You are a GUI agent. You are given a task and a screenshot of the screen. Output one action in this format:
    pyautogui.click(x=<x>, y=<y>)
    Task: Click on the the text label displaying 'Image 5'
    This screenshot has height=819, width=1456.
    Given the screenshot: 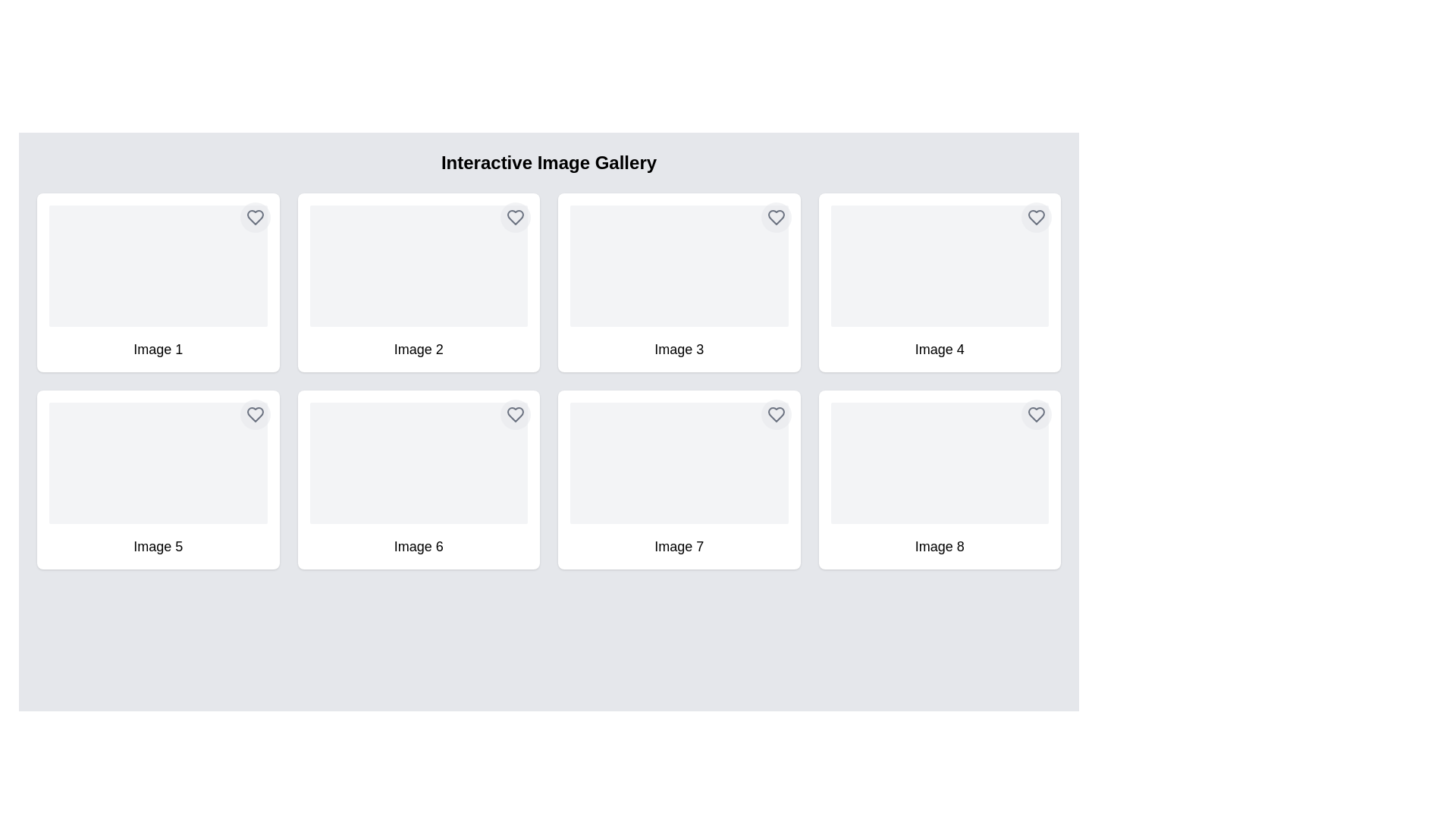 What is the action you would take?
    pyautogui.click(x=158, y=547)
    